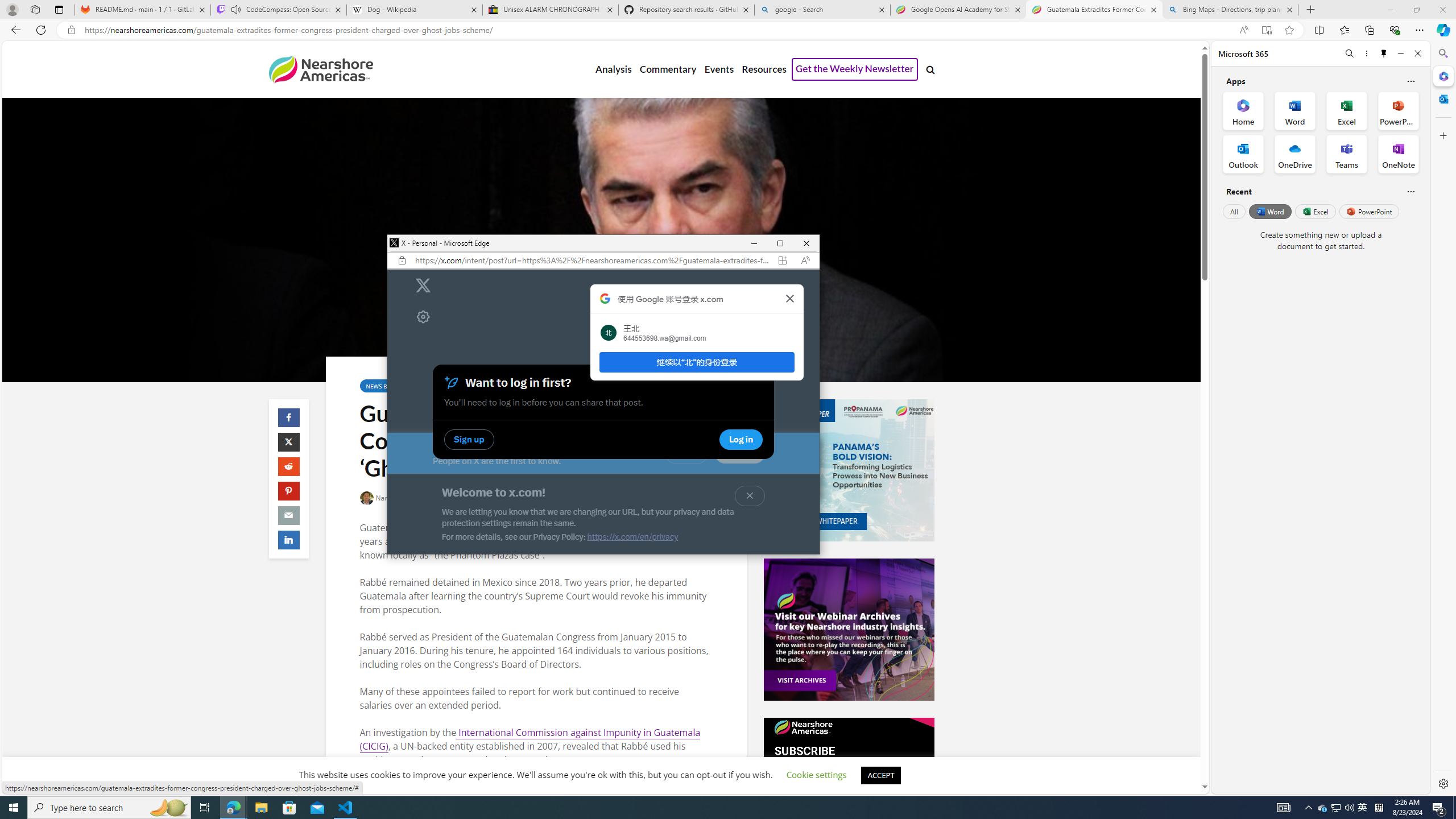  What do you see at coordinates (235, 9) in the screenshot?
I see `'Mute tab'` at bounding box center [235, 9].